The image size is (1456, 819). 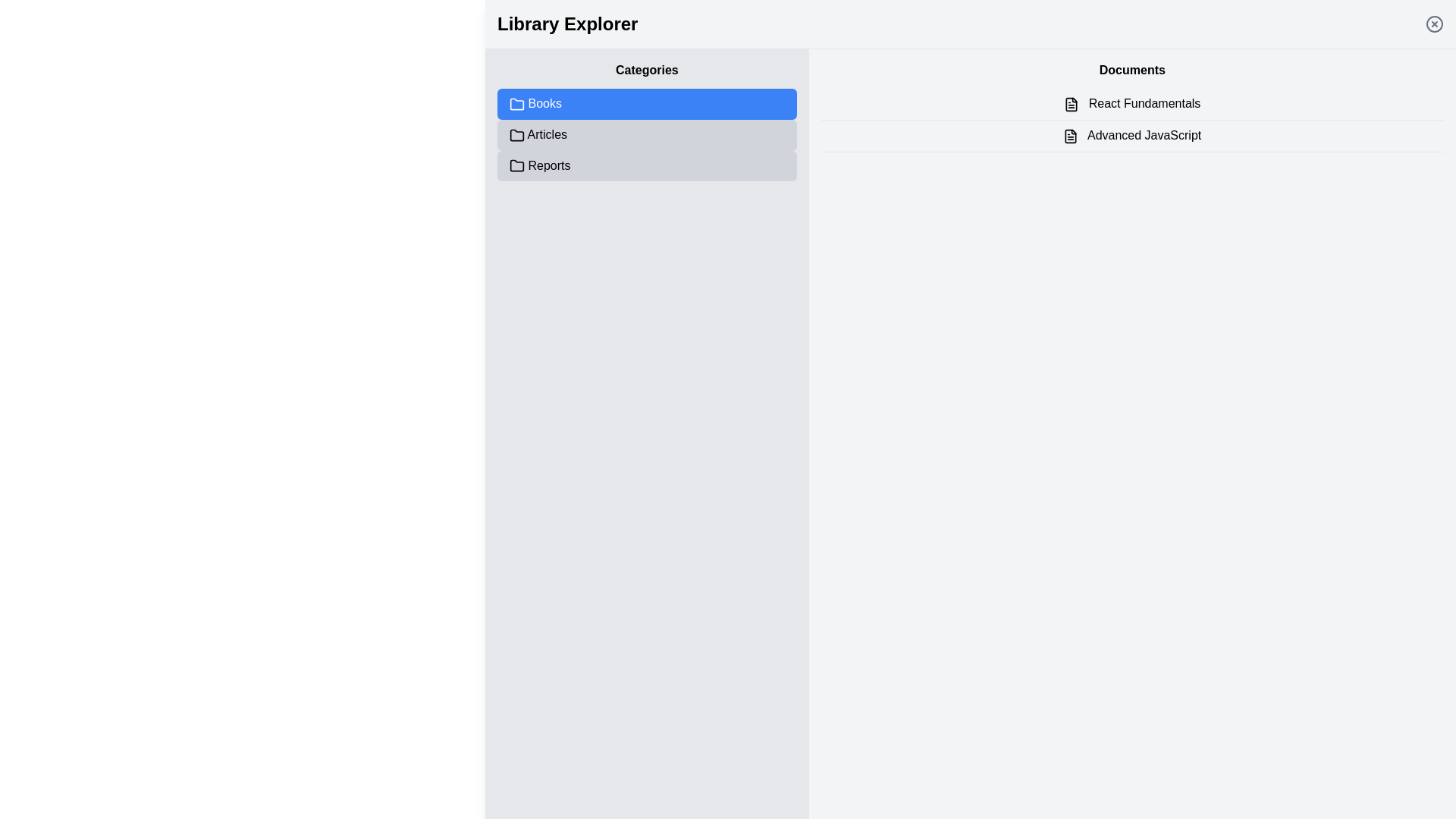 I want to click on the folder icon in the 'Reports' section of the 'Categories' sidebar, so click(x=516, y=165).